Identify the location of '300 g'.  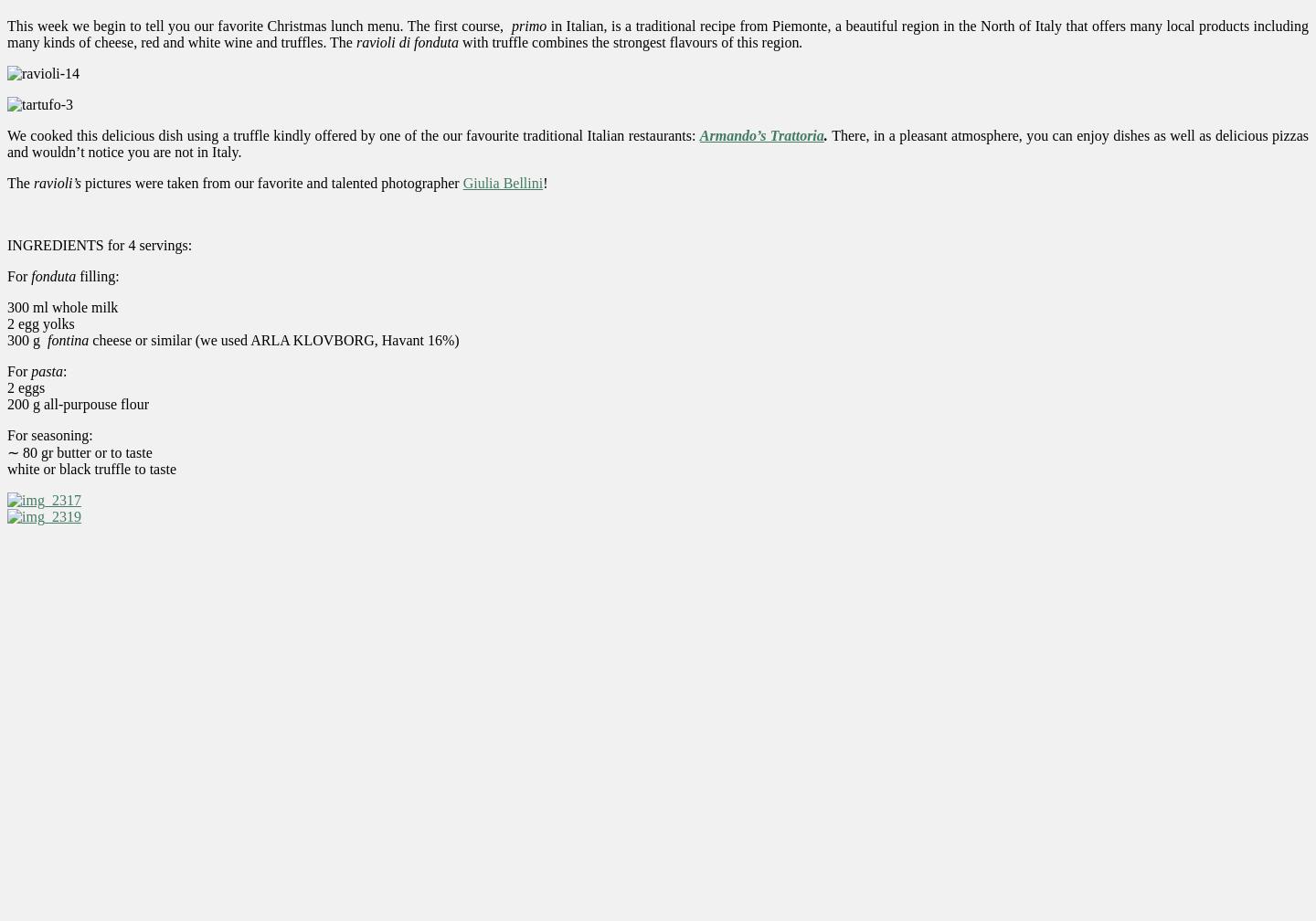
(6, 339).